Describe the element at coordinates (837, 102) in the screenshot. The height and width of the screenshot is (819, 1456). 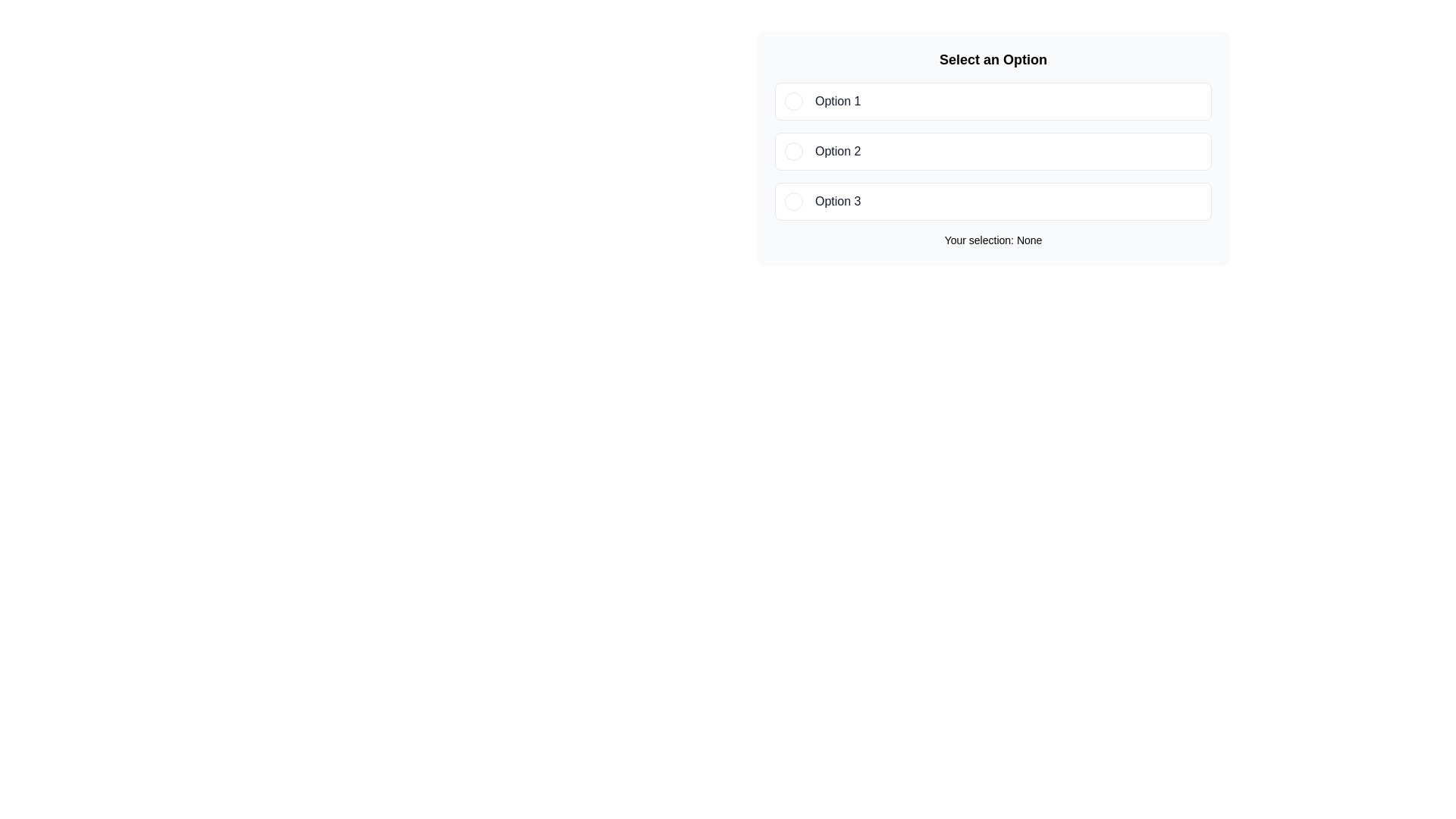
I see `the text label reading 'Option 1', which is styled in dark gray and positioned next to a circular radio button on the left, as it is the first selectable option in the list` at that location.